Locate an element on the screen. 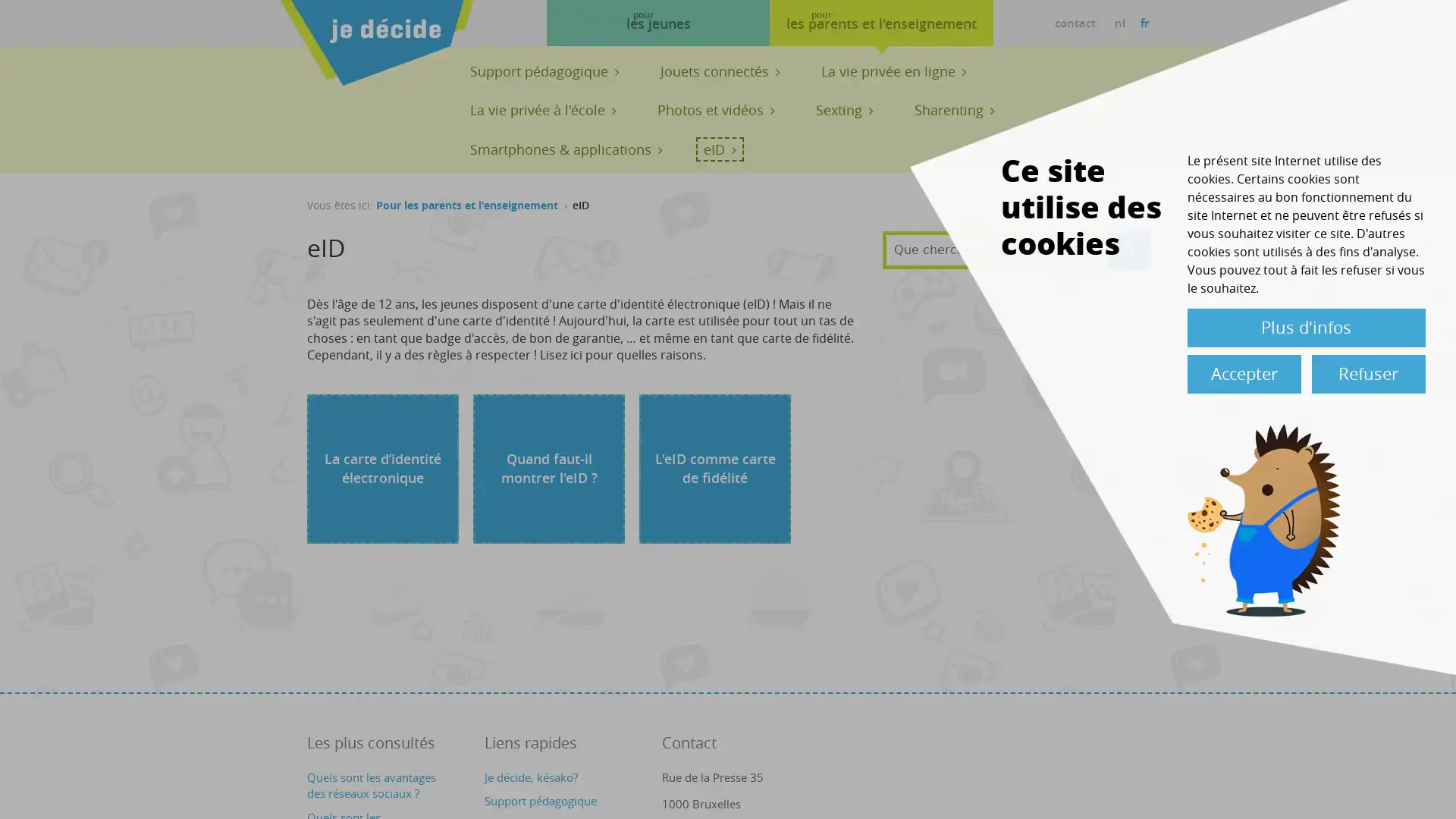  Apply is located at coordinates (1128, 248).